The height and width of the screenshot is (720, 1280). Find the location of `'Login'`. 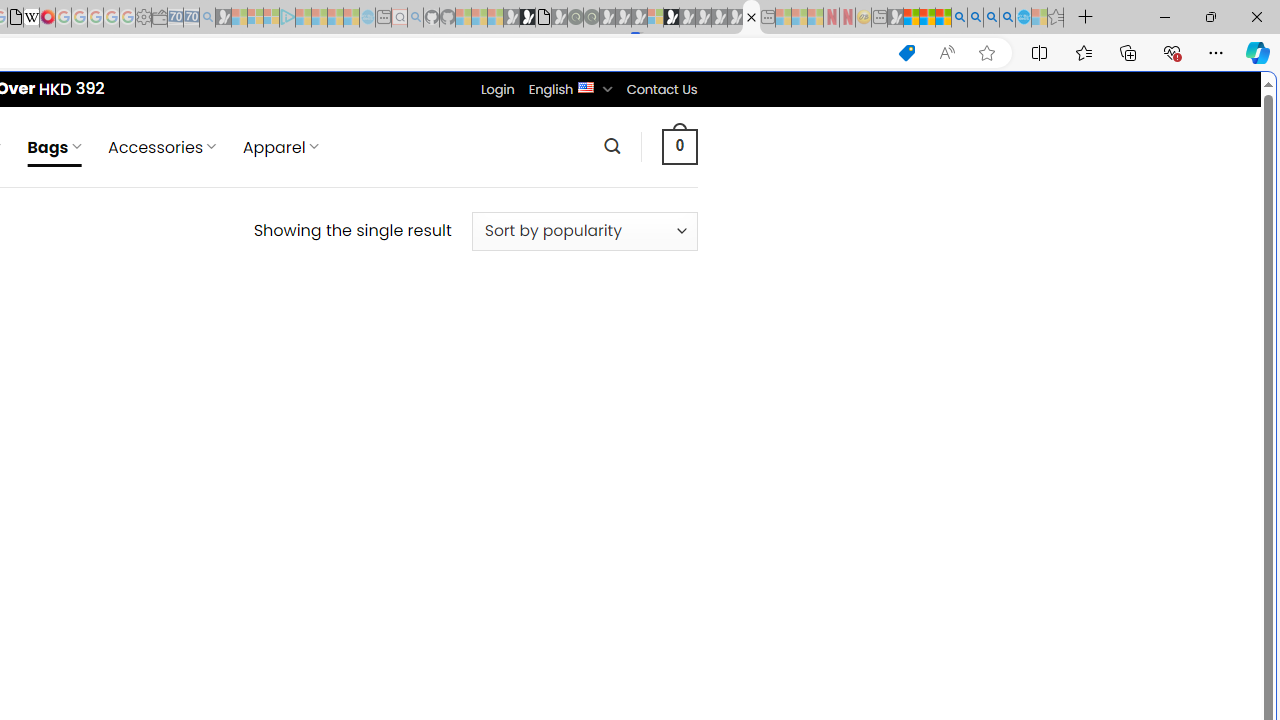

'Login' is located at coordinates (497, 88).